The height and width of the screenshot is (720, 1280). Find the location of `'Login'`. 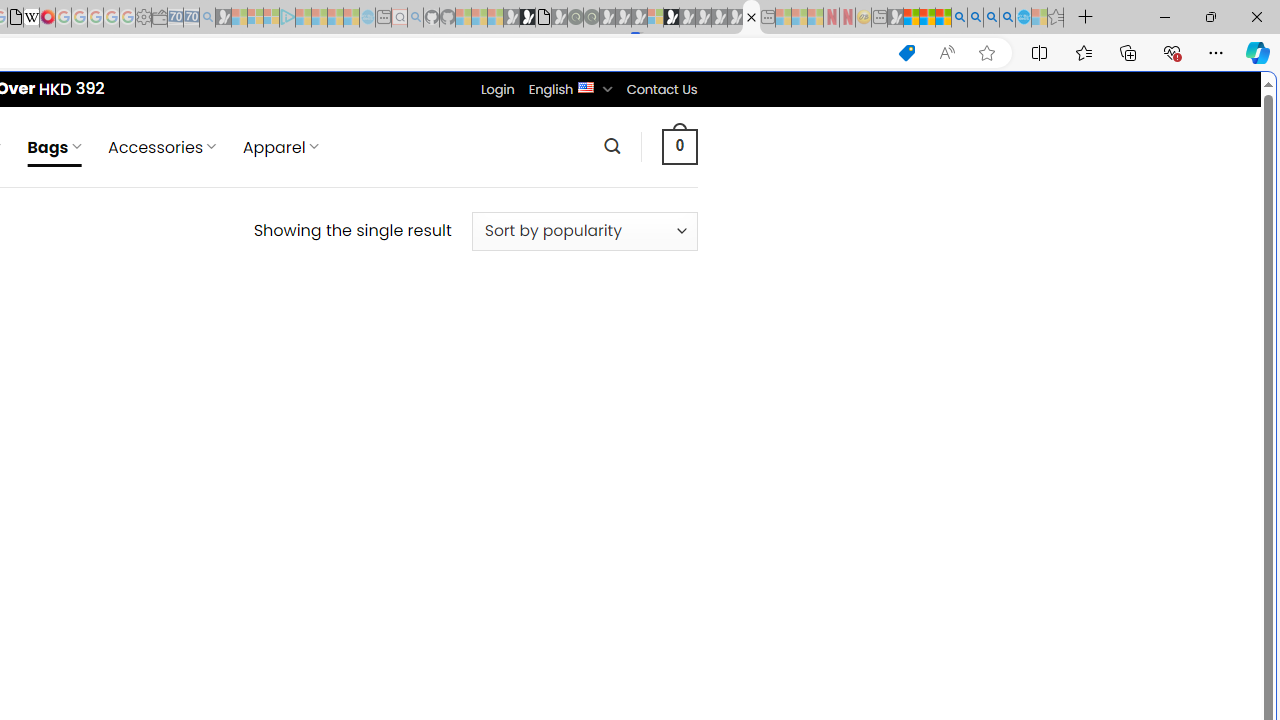

'Login' is located at coordinates (497, 88).